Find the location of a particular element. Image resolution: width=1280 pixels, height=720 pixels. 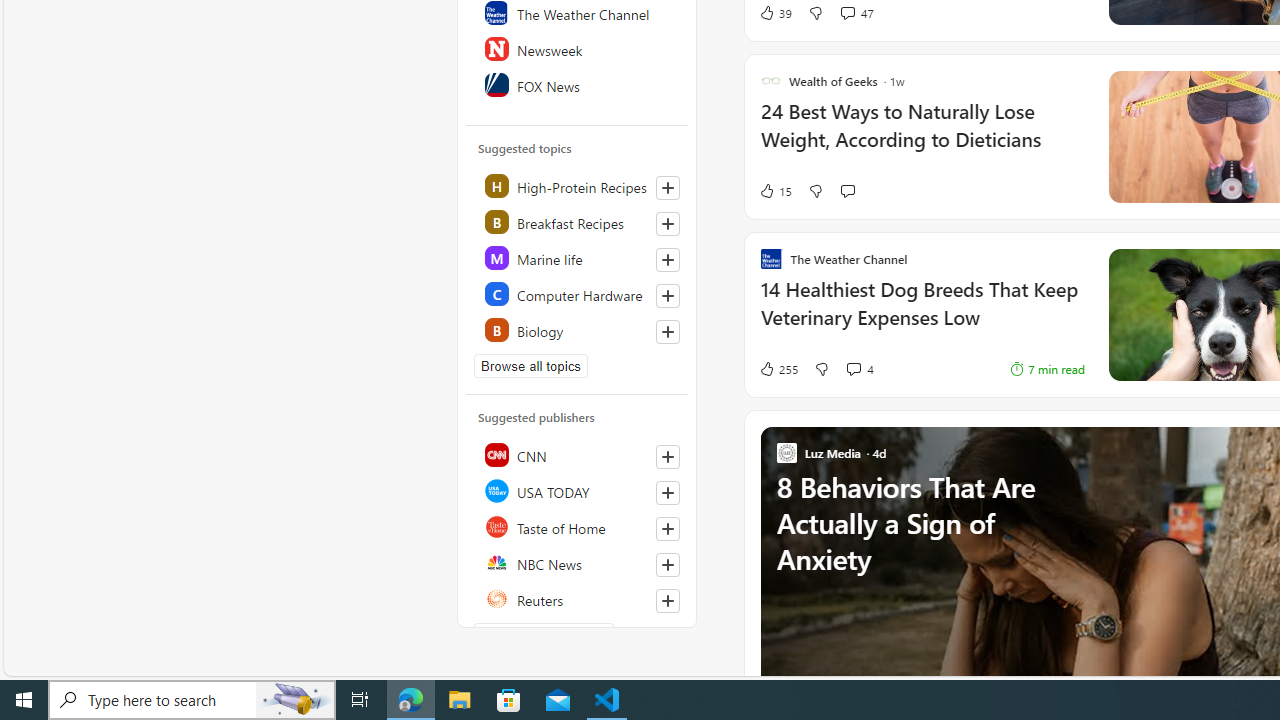

'CNN' is located at coordinates (577, 455).